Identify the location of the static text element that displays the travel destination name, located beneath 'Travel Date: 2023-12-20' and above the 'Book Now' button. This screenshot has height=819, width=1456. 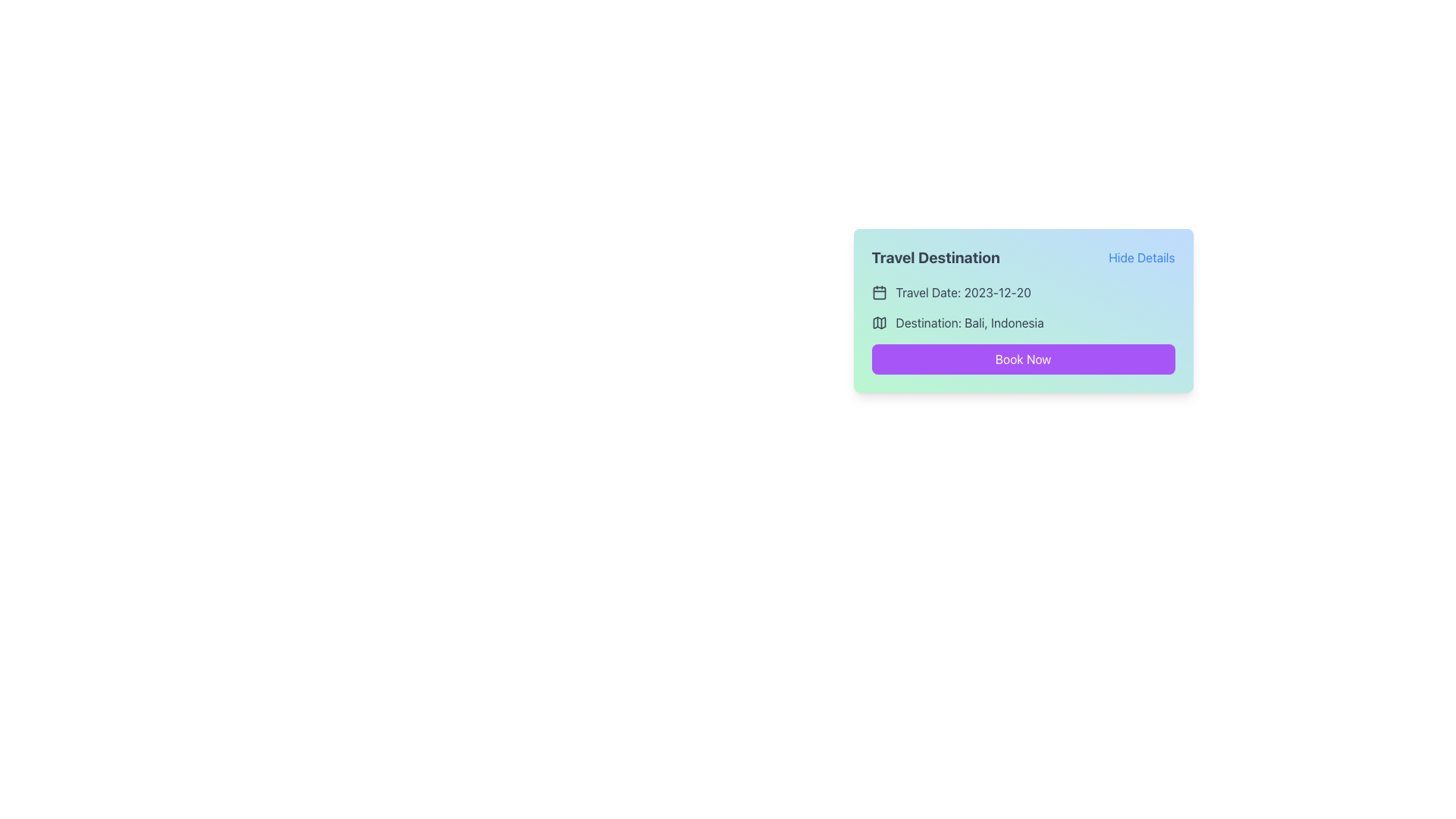
(969, 322).